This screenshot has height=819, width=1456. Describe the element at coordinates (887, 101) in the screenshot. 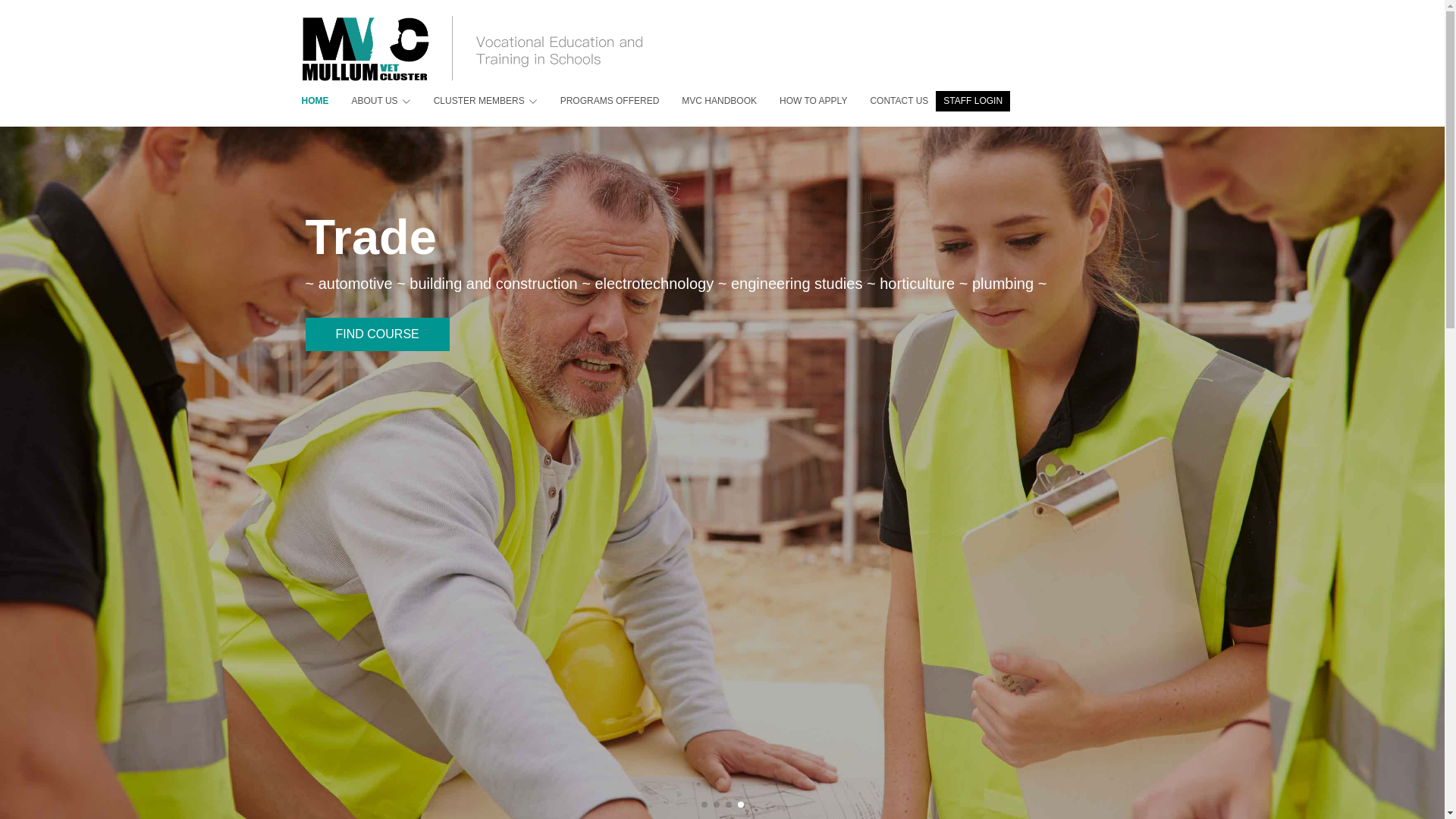

I see `'CONTACT US'` at that location.